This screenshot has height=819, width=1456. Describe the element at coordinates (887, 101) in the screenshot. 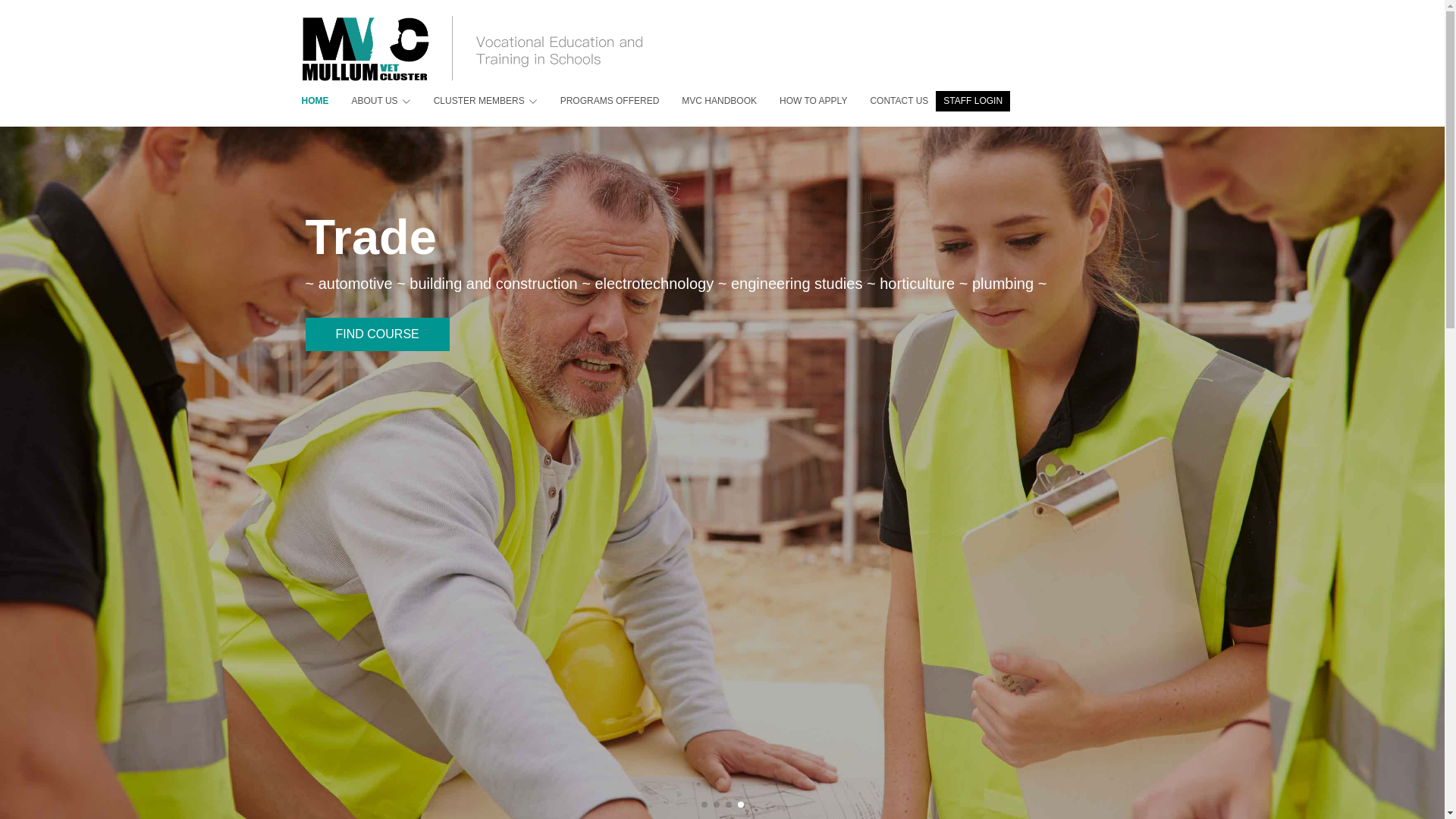

I see `'CONTACT US'` at that location.